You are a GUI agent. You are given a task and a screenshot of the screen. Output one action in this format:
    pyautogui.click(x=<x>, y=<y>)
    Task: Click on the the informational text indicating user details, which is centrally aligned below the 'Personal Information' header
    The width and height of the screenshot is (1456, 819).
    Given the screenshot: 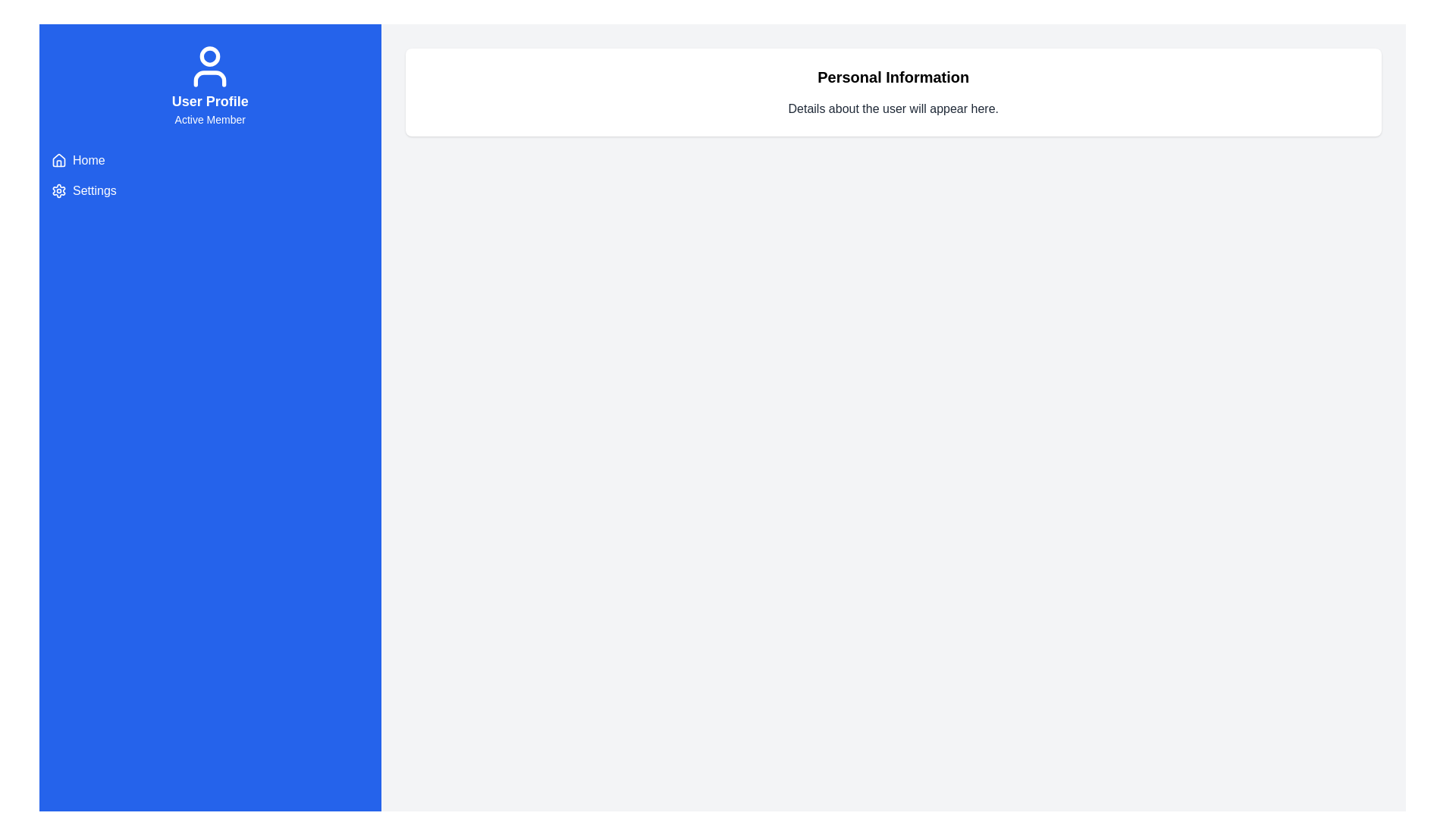 What is the action you would take?
    pyautogui.click(x=893, y=108)
    